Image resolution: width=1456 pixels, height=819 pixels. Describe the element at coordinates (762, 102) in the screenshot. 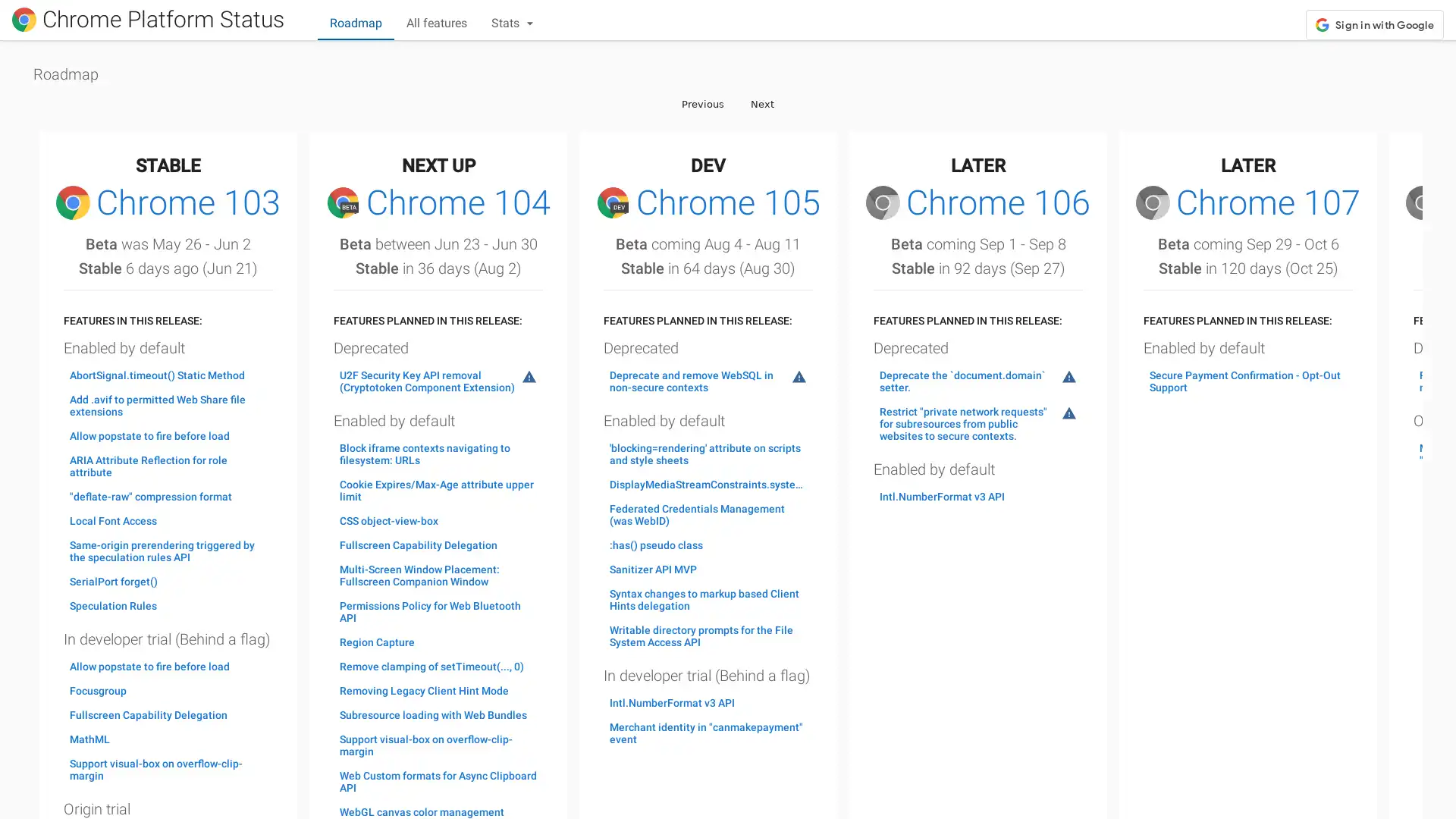

I see `Button to move to later release` at that location.